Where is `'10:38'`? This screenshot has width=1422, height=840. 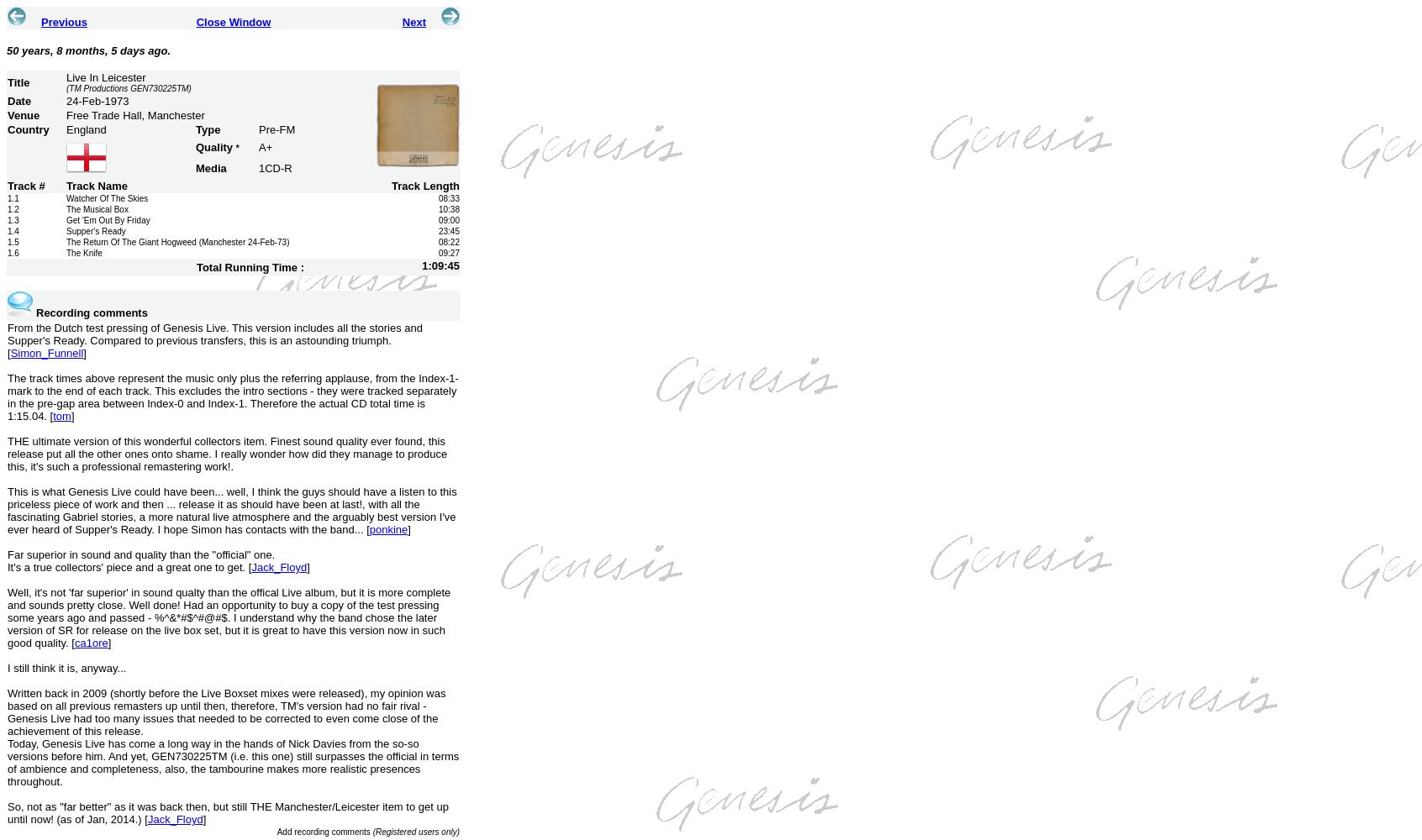 '10:38' is located at coordinates (448, 208).